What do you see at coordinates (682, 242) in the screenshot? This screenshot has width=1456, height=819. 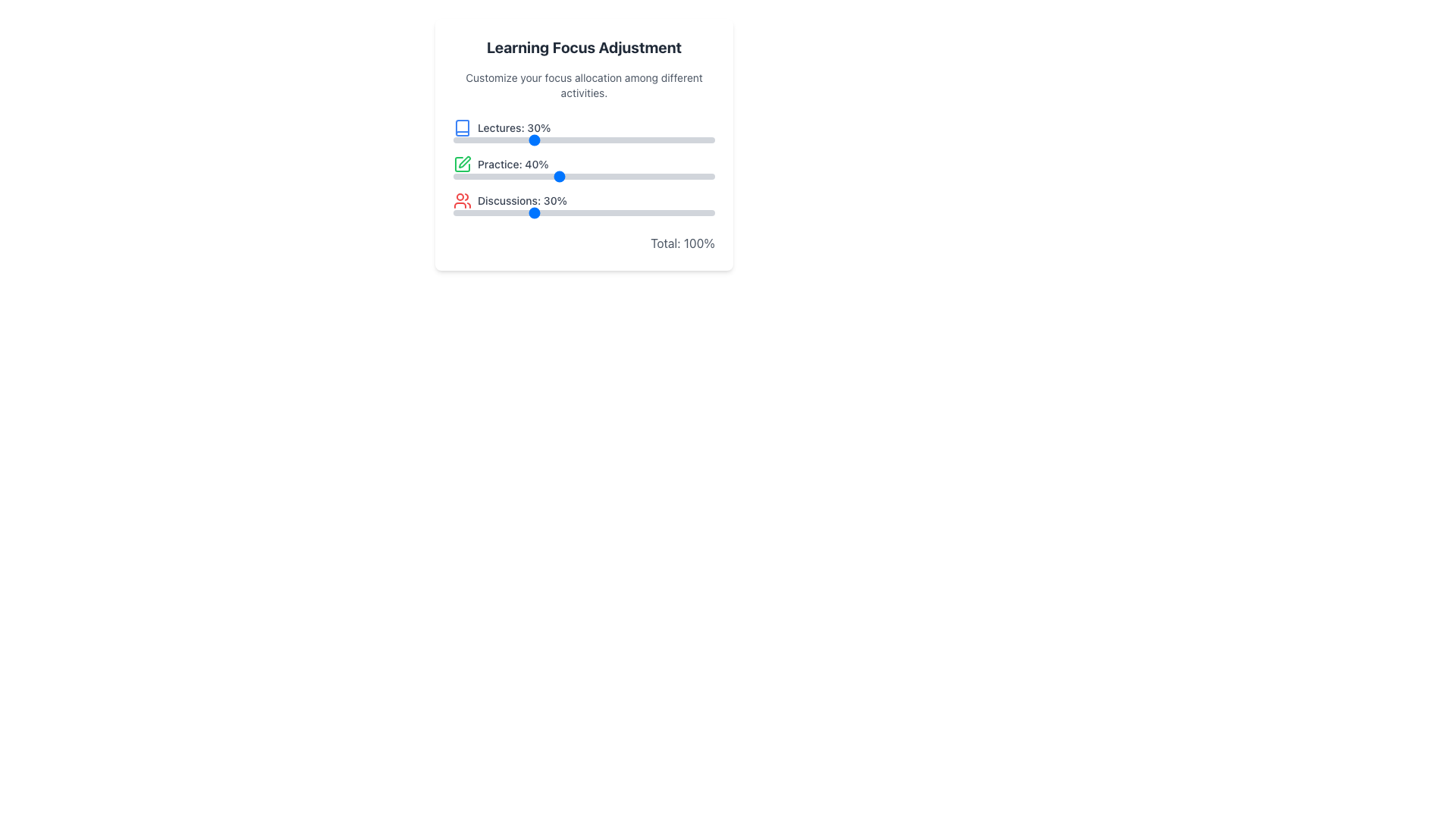 I see `displayed text from the Text Label that shows the cumulative total percentage of distributed values, located at the bottom-right of the card` at bounding box center [682, 242].